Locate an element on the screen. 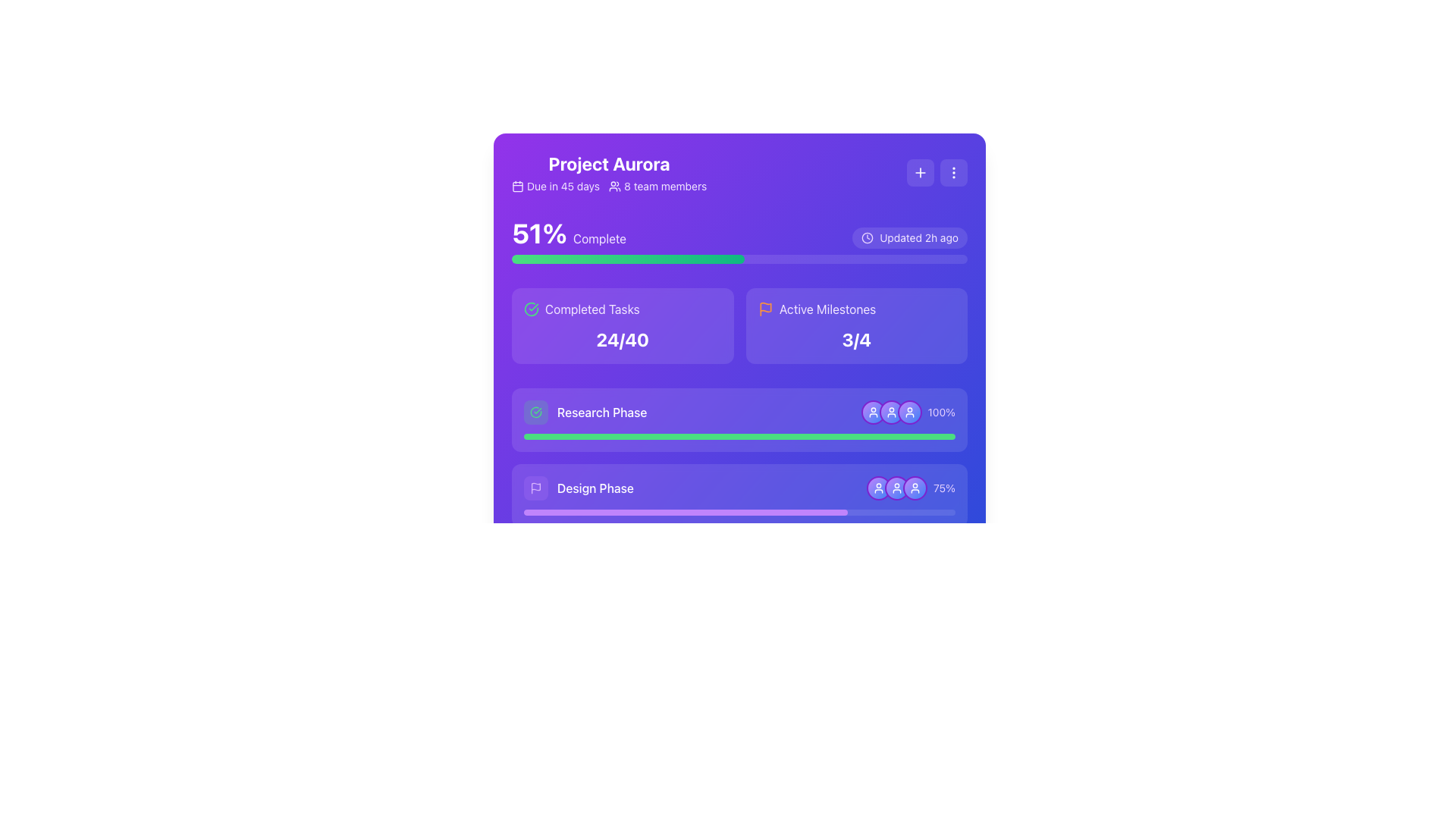  the static text label displaying the due date for the project, located below the title 'Project Aurora' and alongside the 'team members' indicator is located at coordinates (563, 186).